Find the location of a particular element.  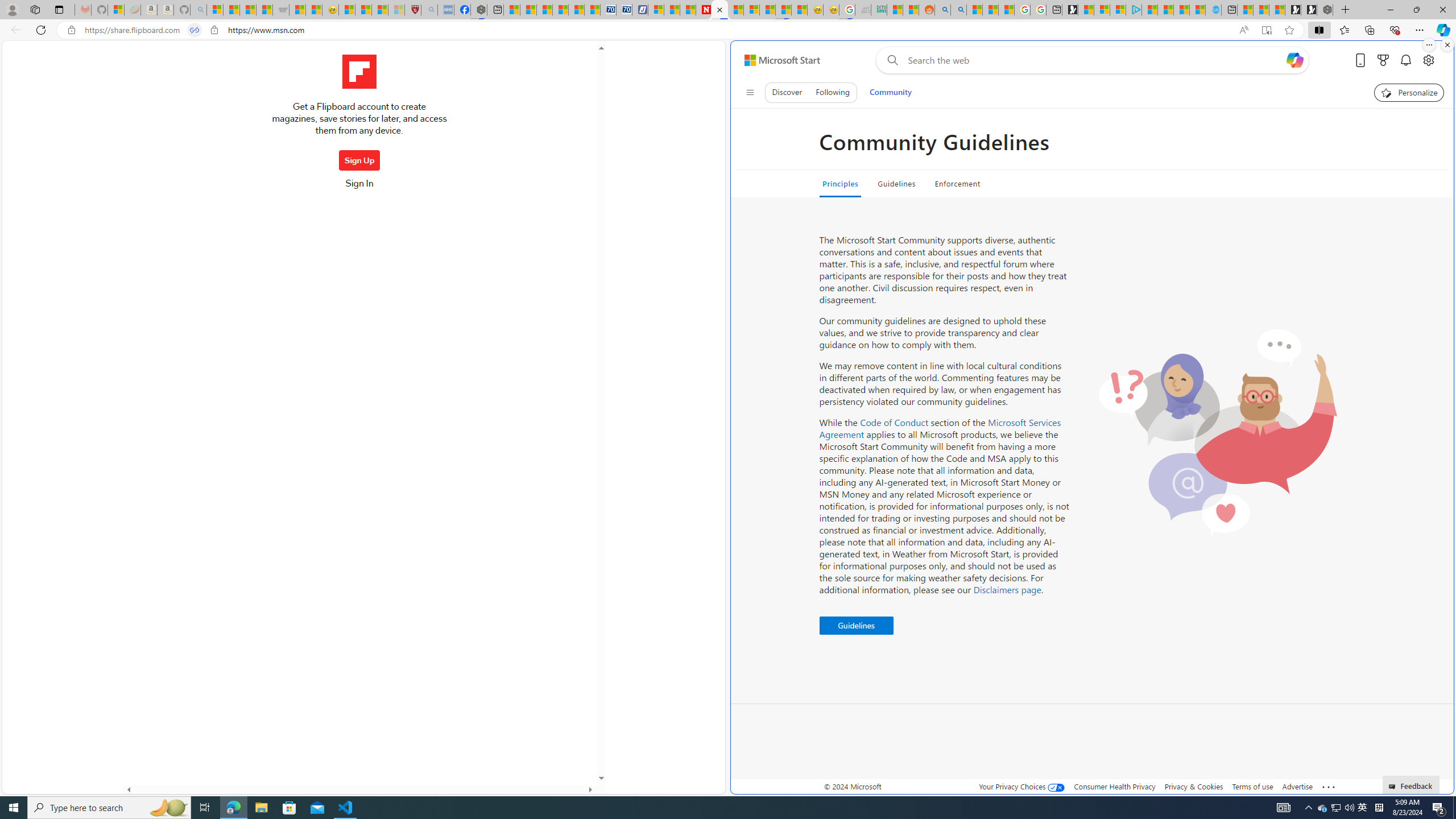

'Microsoft account | Privacy' is located at coordinates (1118, 9).